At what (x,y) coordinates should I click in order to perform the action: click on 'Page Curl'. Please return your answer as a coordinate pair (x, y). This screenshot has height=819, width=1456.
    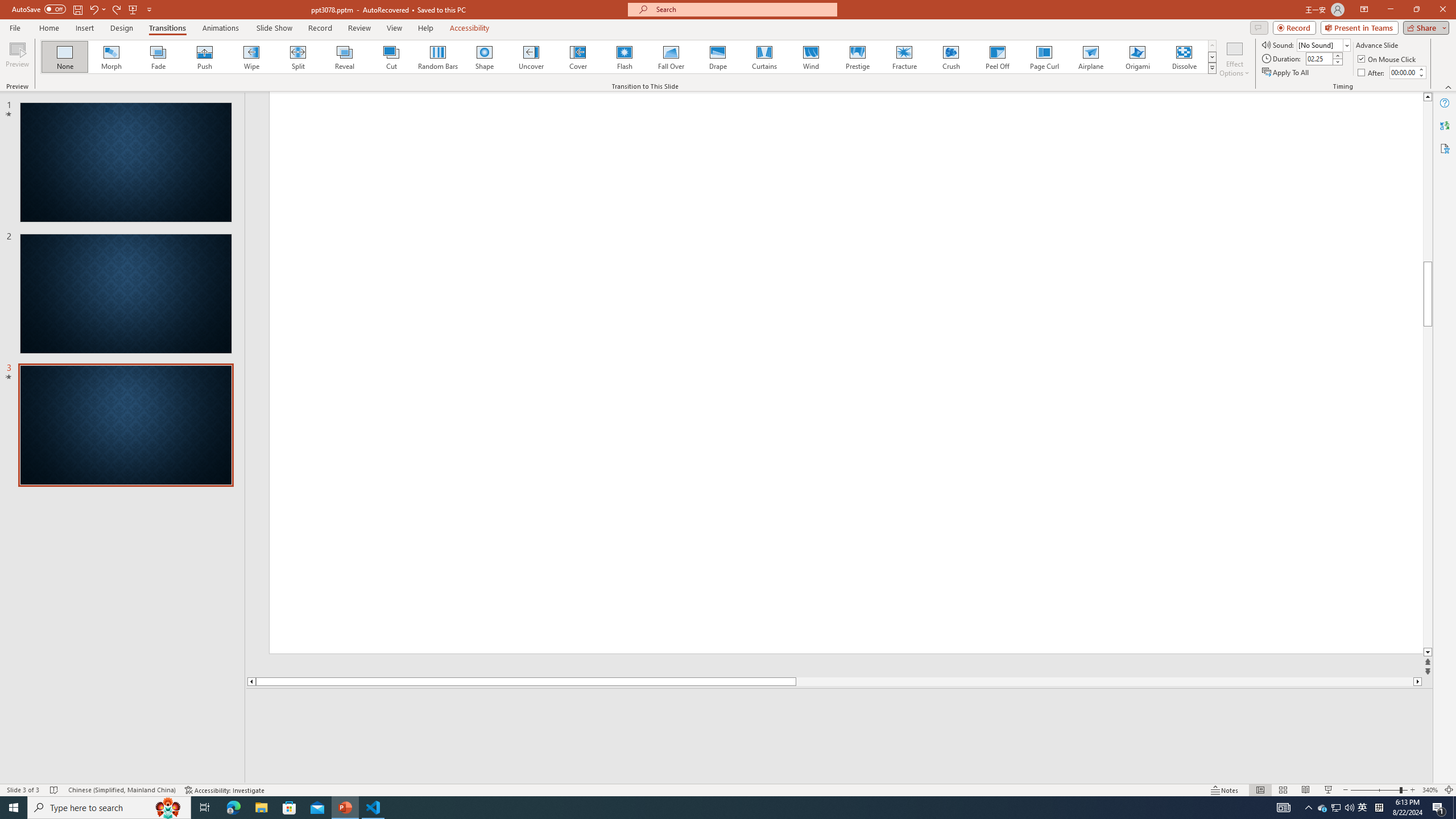
    Looking at the image, I should click on (1043, 56).